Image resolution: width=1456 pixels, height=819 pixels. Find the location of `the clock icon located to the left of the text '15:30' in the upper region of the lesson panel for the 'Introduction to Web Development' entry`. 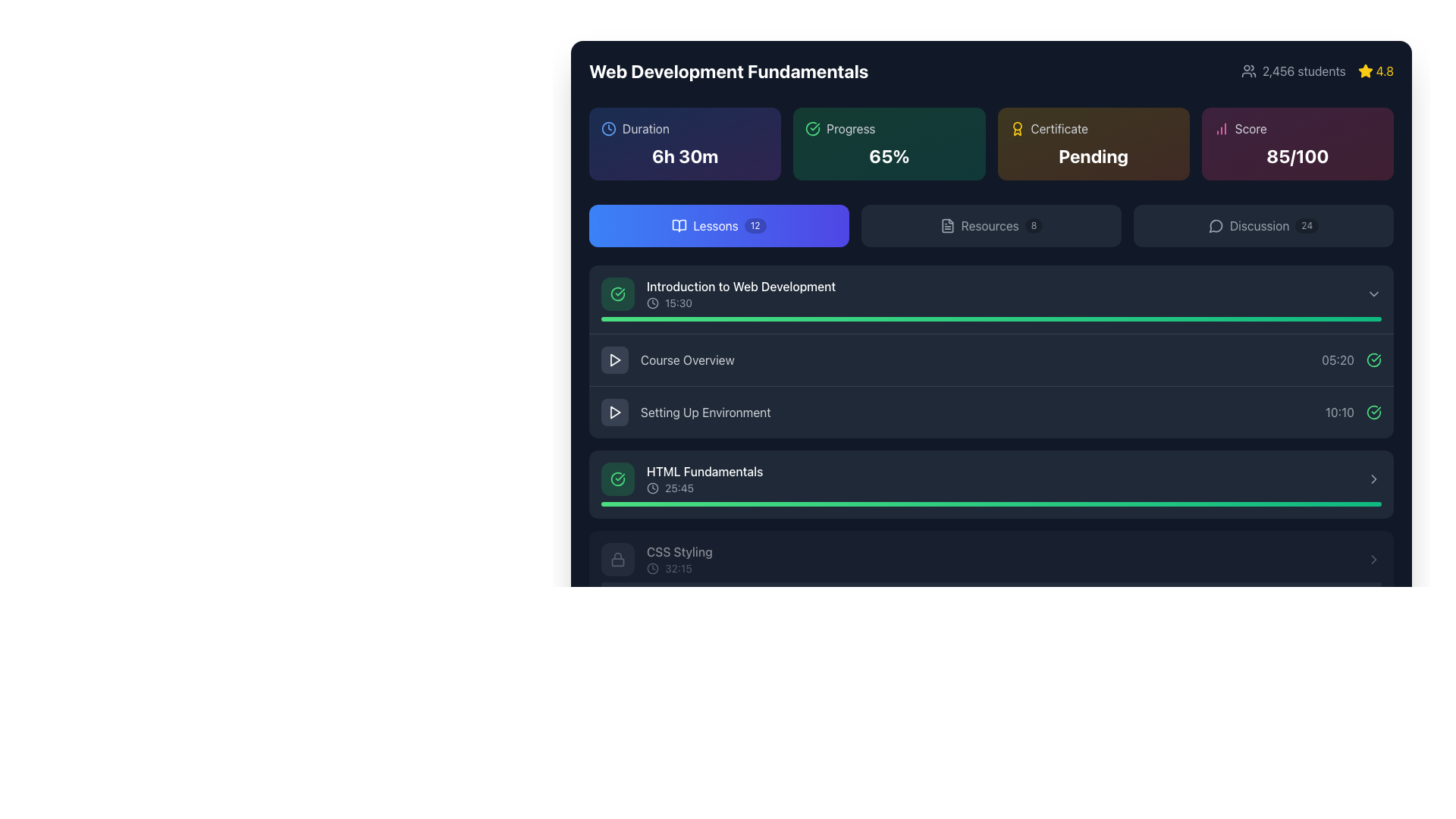

the clock icon located to the left of the text '15:30' in the upper region of the lesson panel for the 'Introduction to Web Development' entry is located at coordinates (652, 303).